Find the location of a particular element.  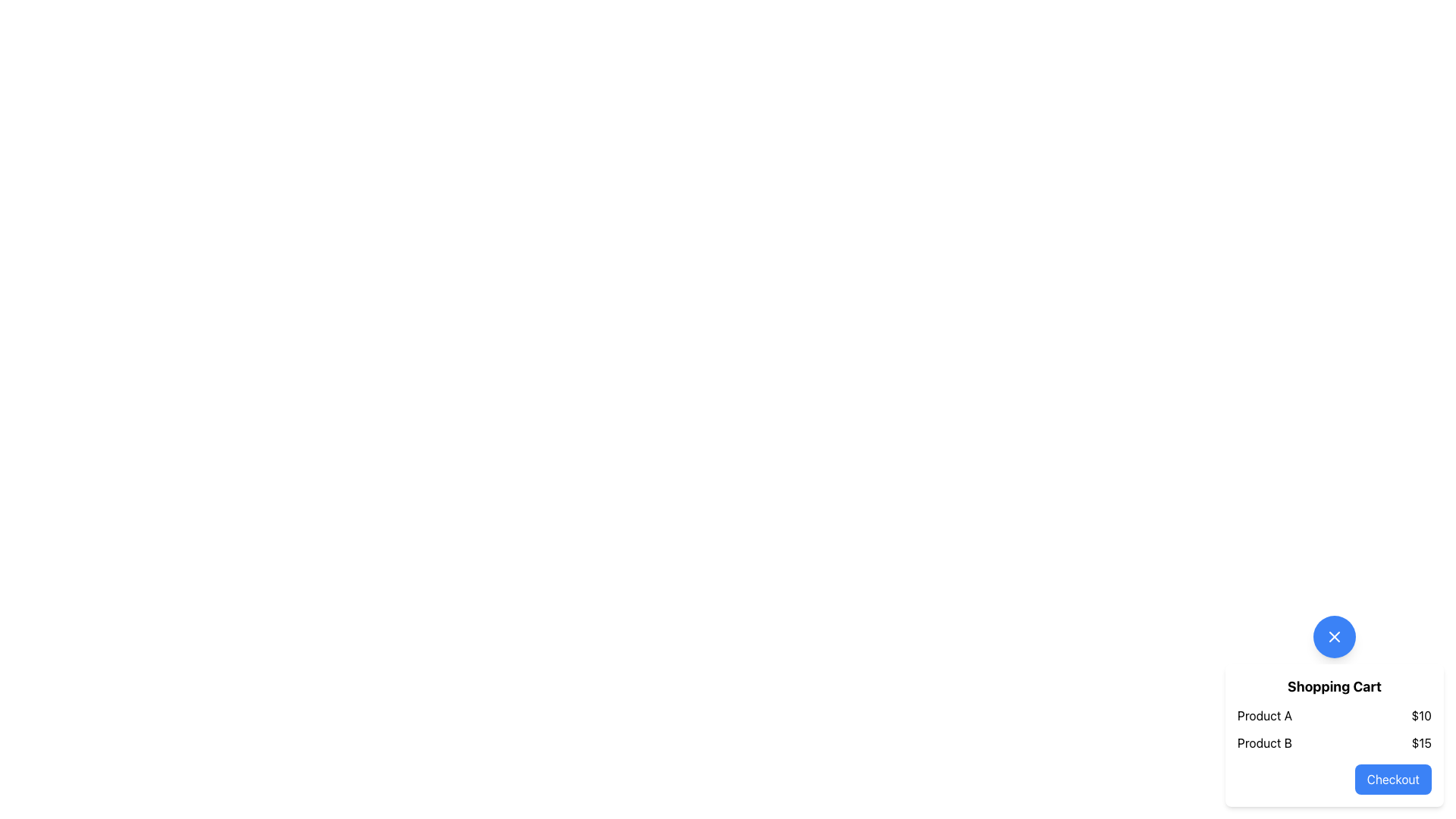

the text label displaying 'Product A' in the shopping cart section, which is styled in a standard sans-serif font and positioned to the left of the price label ('$10') is located at coordinates (1265, 716).